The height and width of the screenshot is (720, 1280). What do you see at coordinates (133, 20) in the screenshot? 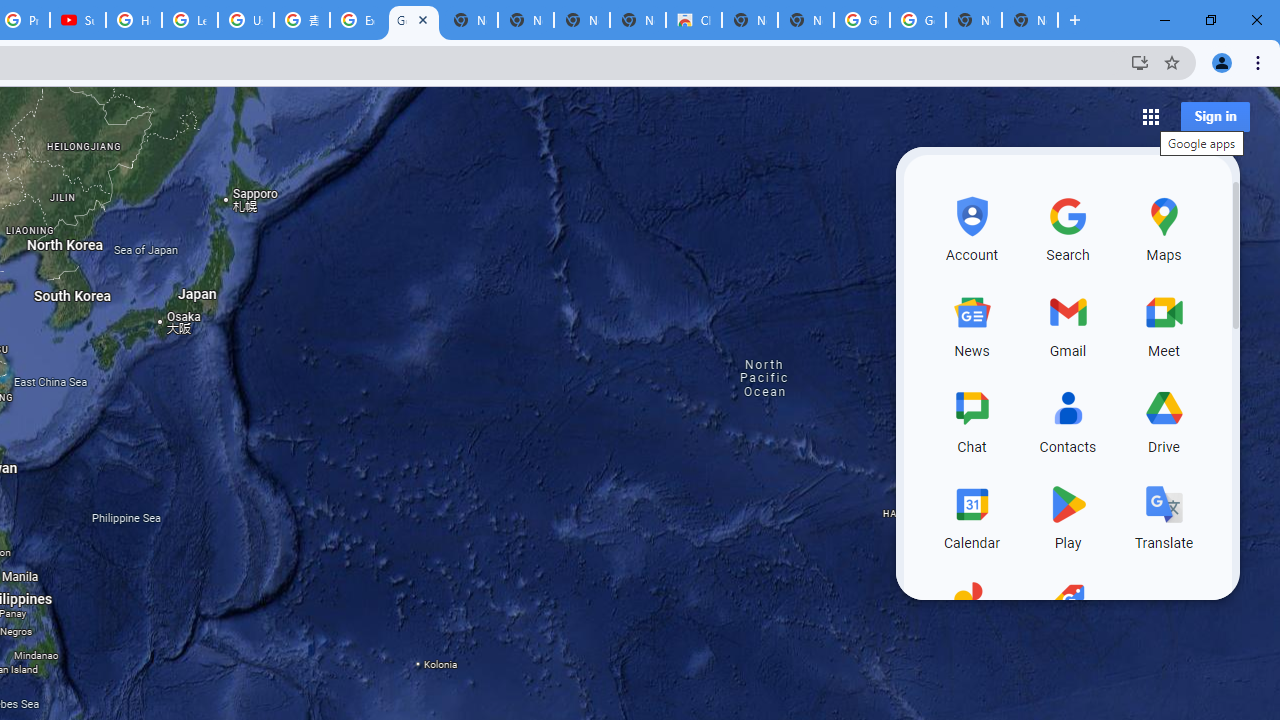
I see `'How Chrome protects your passwords - Google Chrome Help'` at bounding box center [133, 20].